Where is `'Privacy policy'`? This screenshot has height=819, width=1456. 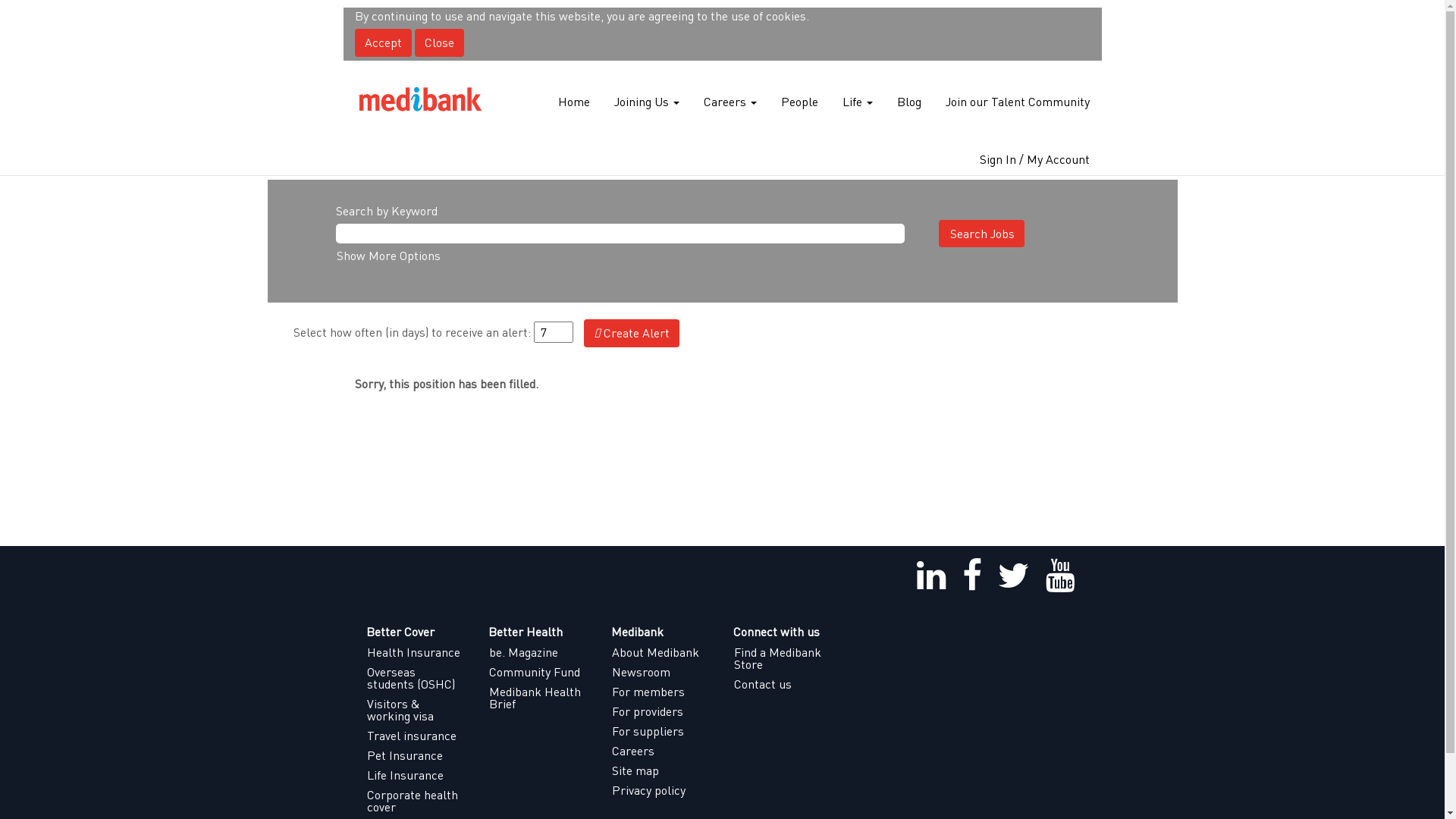 'Privacy policy' is located at coordinates (611, 789).